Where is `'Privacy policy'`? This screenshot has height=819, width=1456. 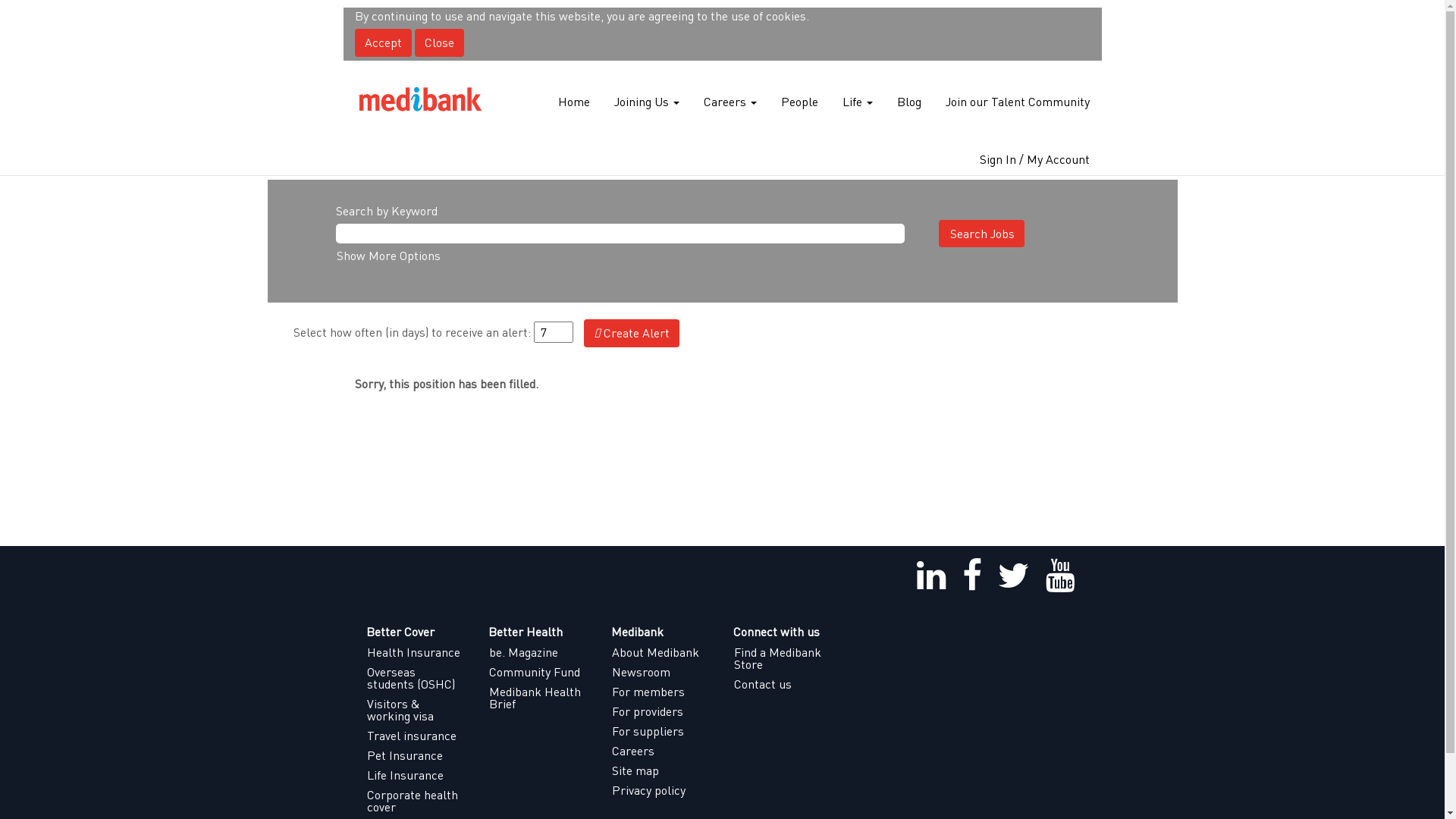 'Privacy policy' is located at coordinates (611, 789).